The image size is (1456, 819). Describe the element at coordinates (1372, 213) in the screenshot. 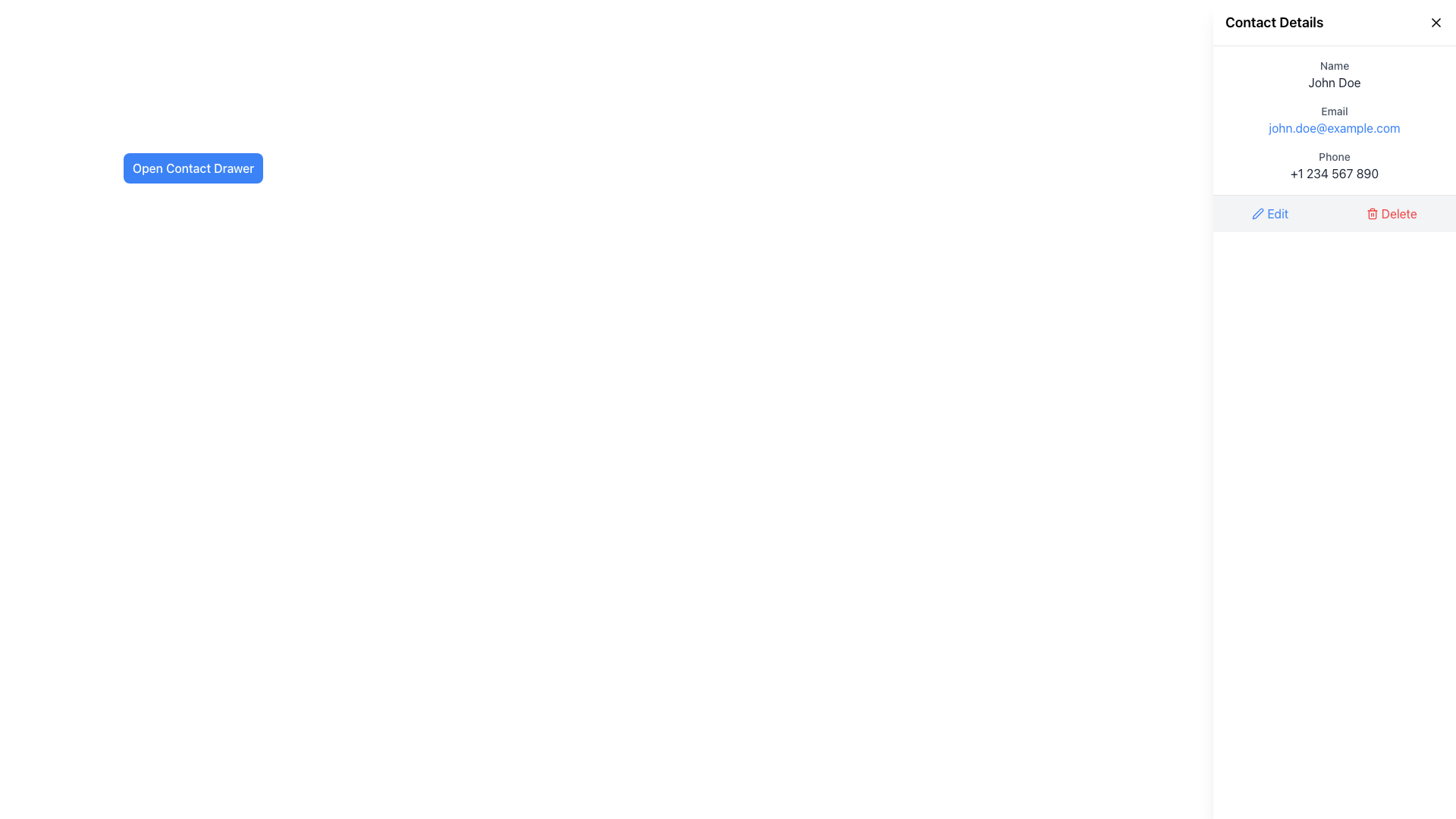

I see `the trash bin icon button located to the left of the 'Delete' label in the 'Contact Details' section` at that location.